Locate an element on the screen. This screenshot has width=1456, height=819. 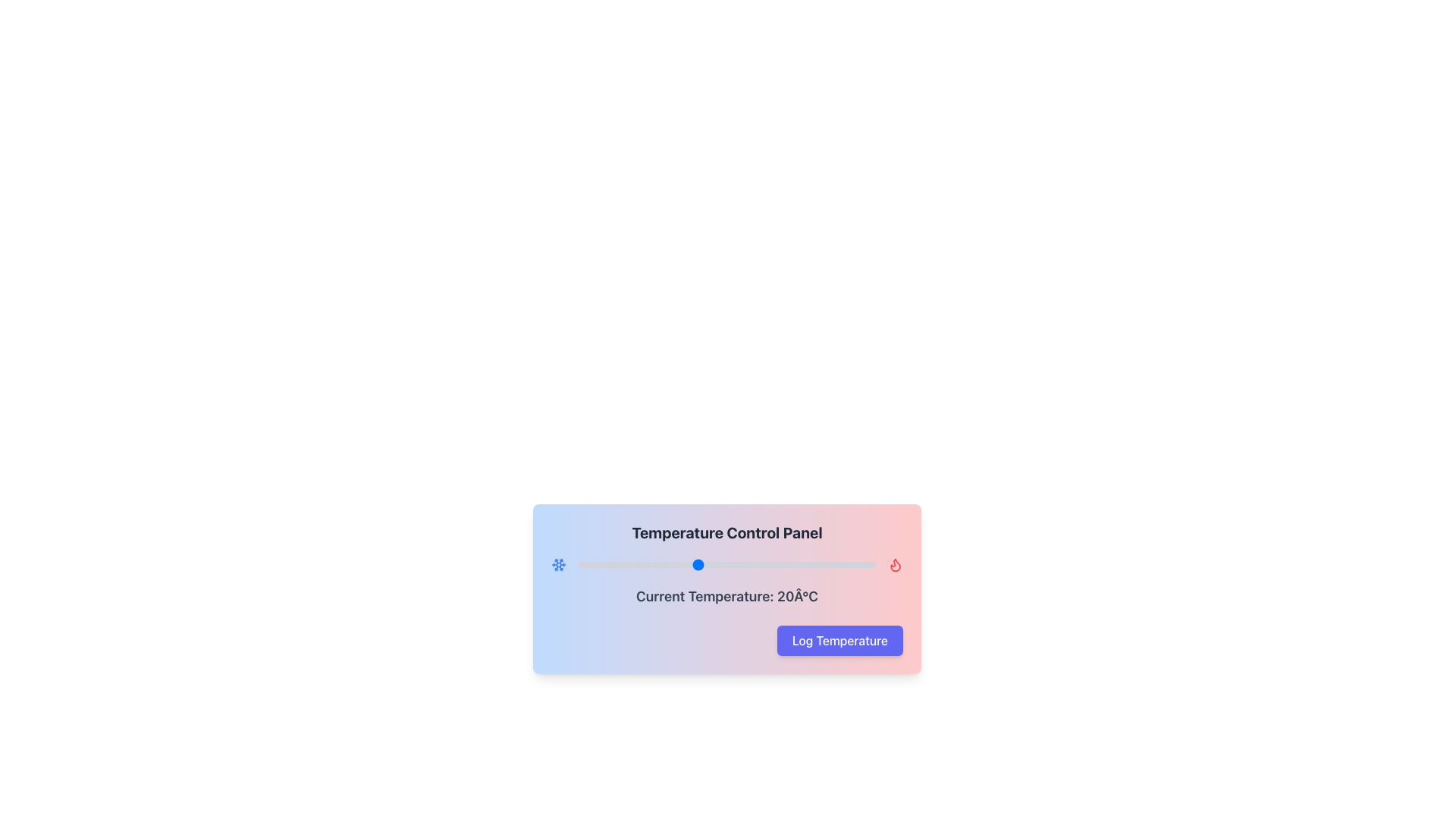
the Range Slider in the Temperature Control Panel to move the red marker to the clicked position is located at coordinates (726, 564).